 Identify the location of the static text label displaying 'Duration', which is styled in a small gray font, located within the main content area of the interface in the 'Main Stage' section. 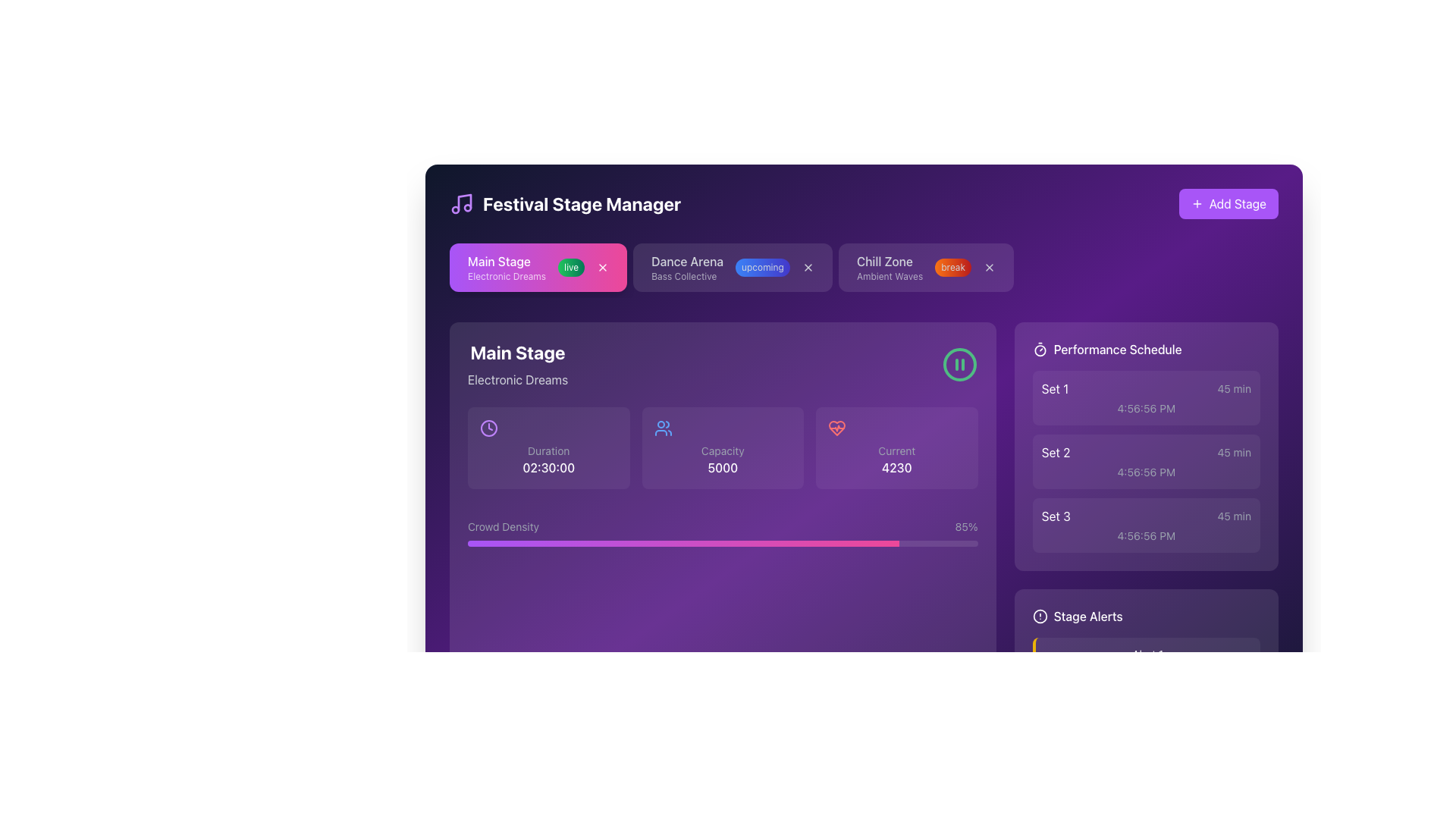
(548, 450).